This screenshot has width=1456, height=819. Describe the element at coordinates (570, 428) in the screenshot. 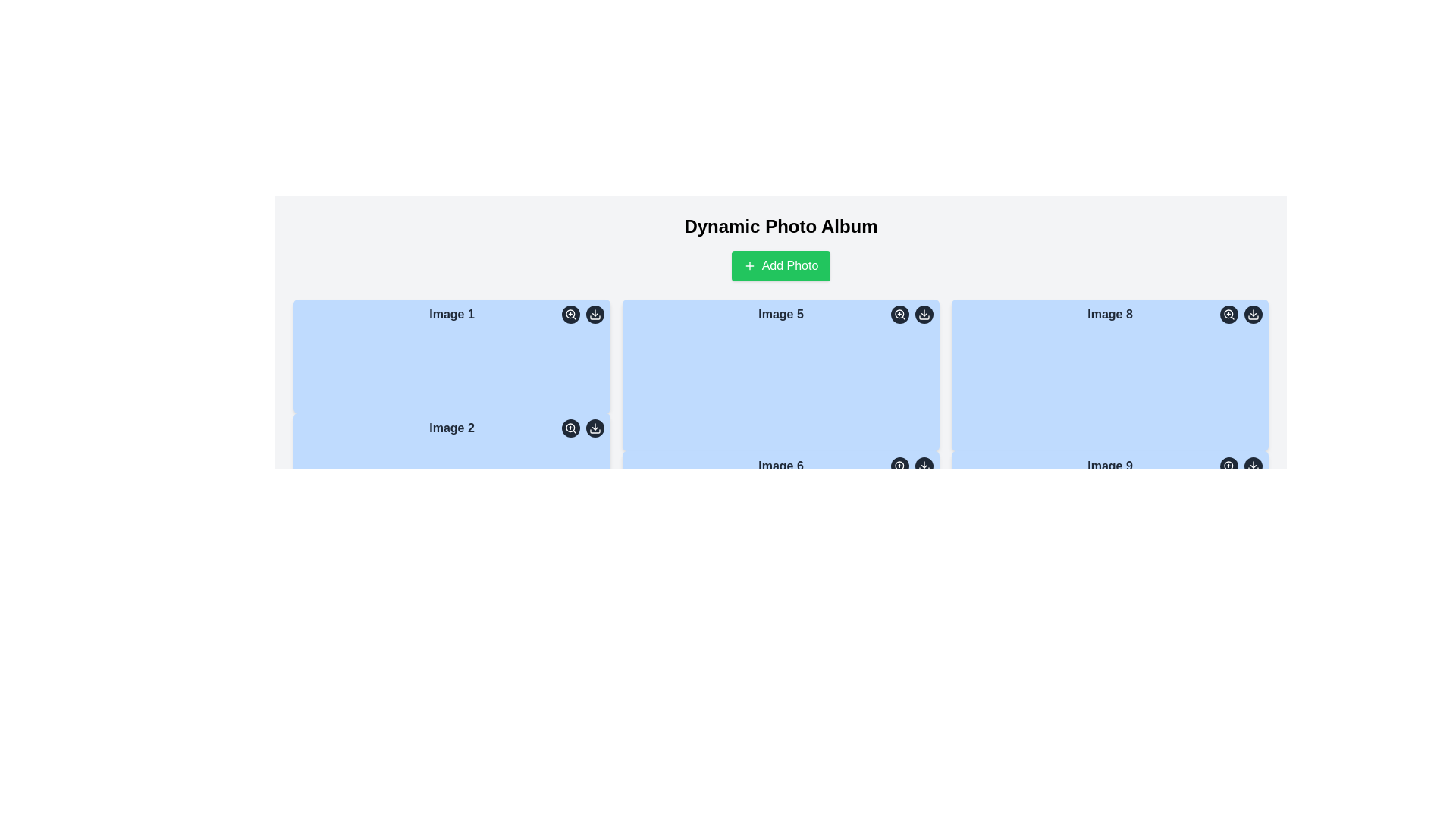

I see `the zoom-in button located at the top-right corner of 'Image 2' to observe the hover effect` at that location.